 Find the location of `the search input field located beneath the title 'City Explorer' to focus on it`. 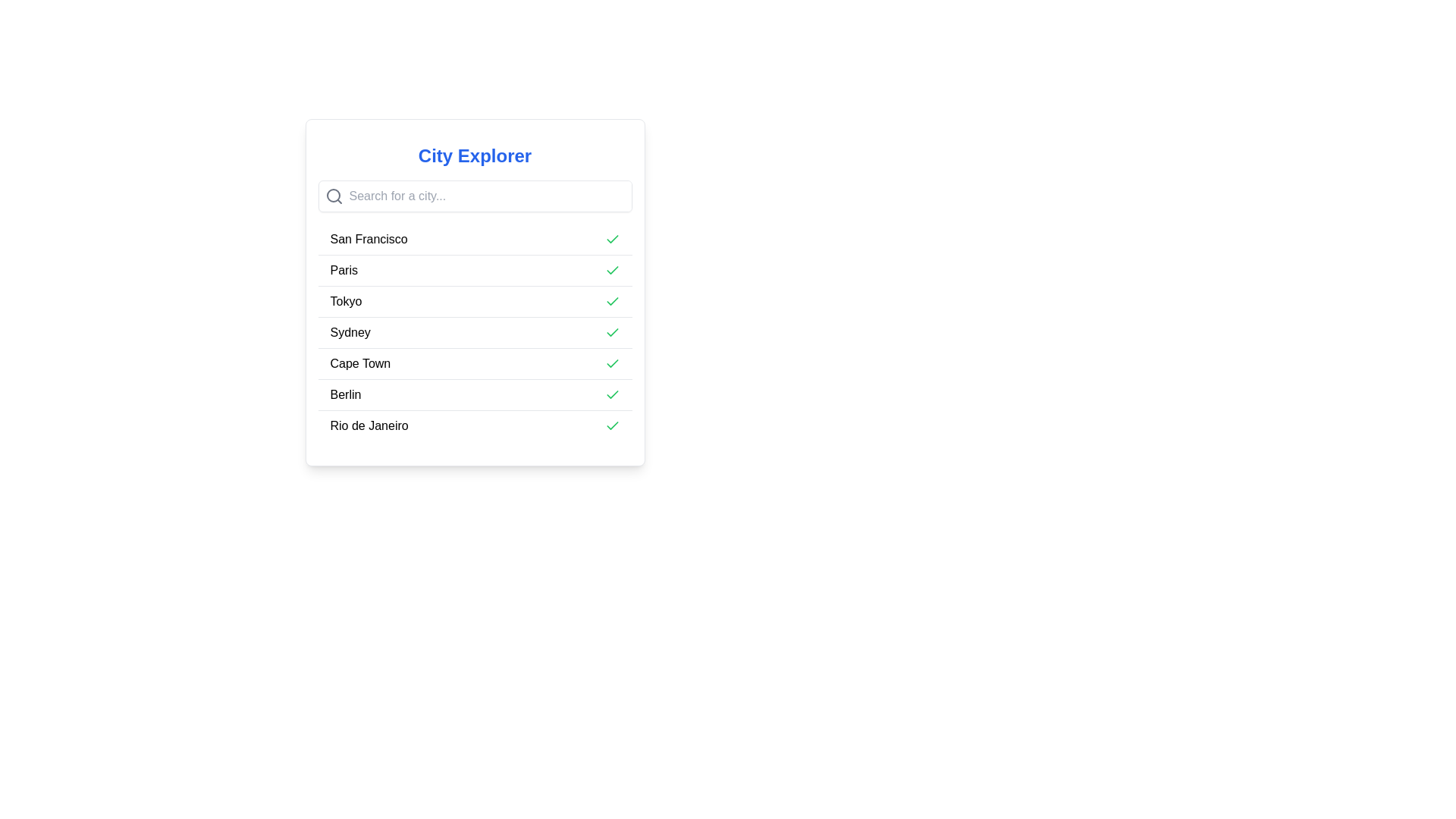

the search input field located beneath the title 'City Explorer' to focus on it is located at coordinates (474, 195).